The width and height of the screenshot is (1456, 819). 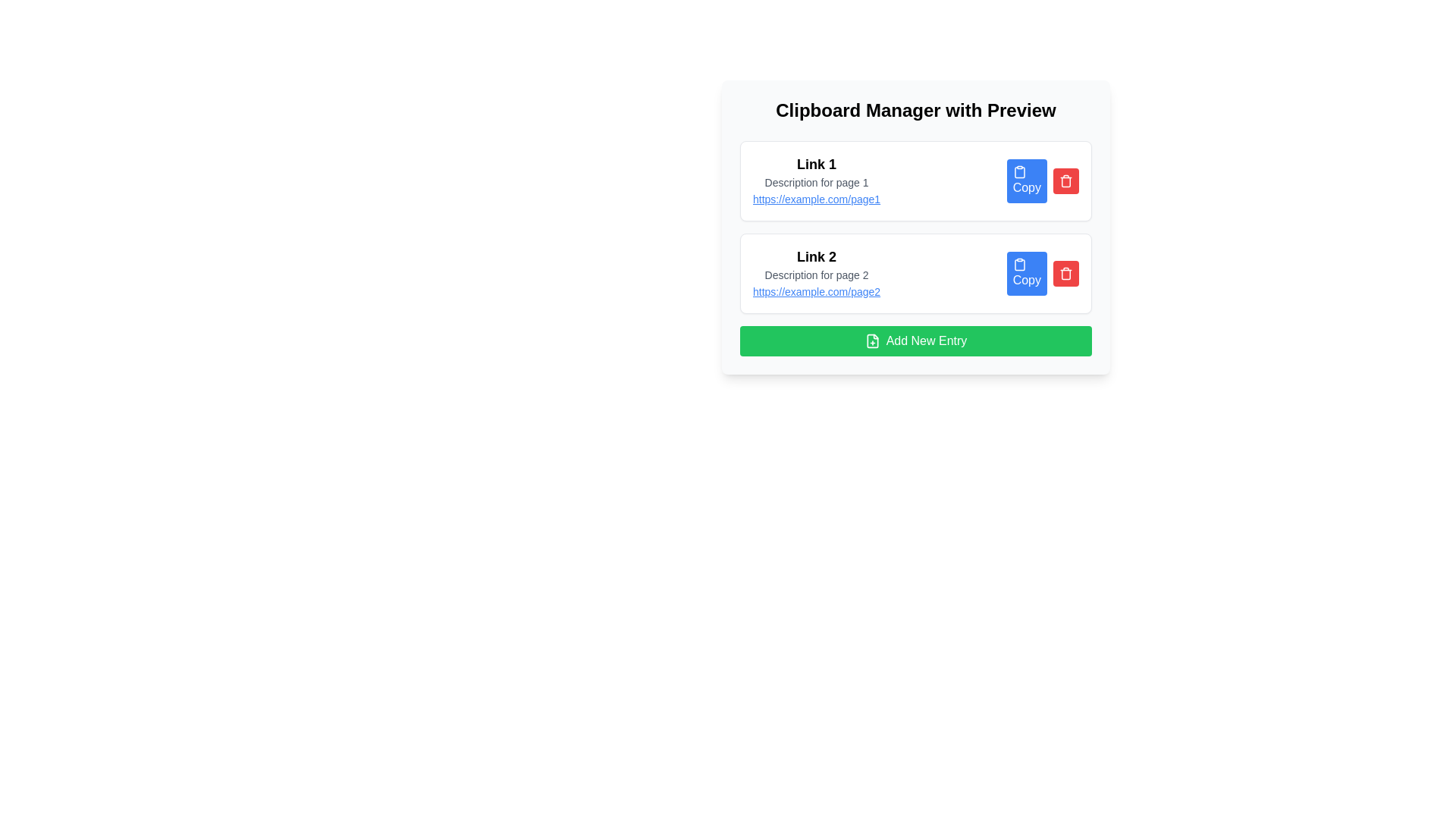 I want to click on the blue 'Copy' button with a clipboard icon, so click(x=1042, y=180).